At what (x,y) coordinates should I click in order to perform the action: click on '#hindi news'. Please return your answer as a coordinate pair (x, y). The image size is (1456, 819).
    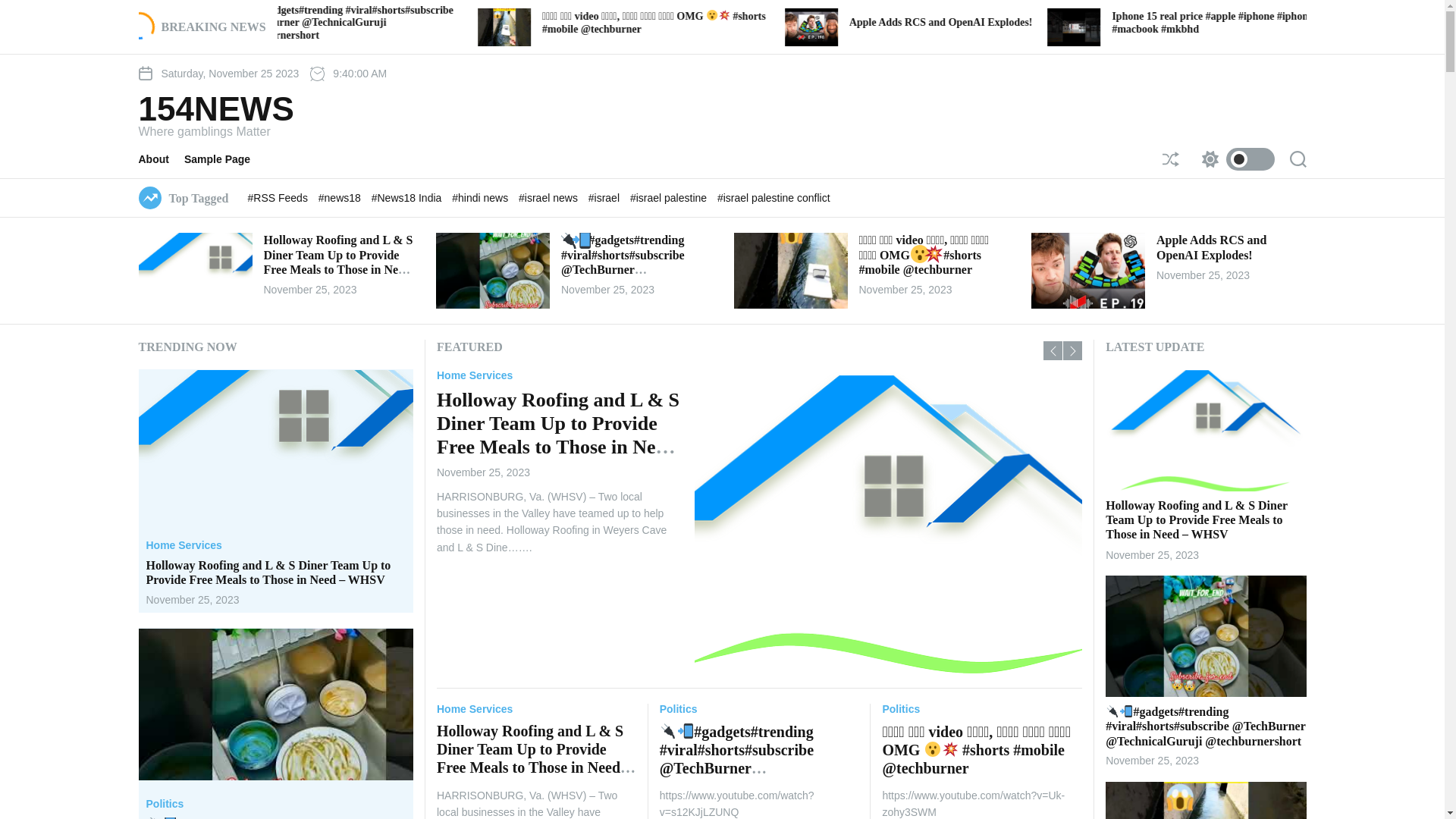
    Looking at the image, I should click on (480, 197).